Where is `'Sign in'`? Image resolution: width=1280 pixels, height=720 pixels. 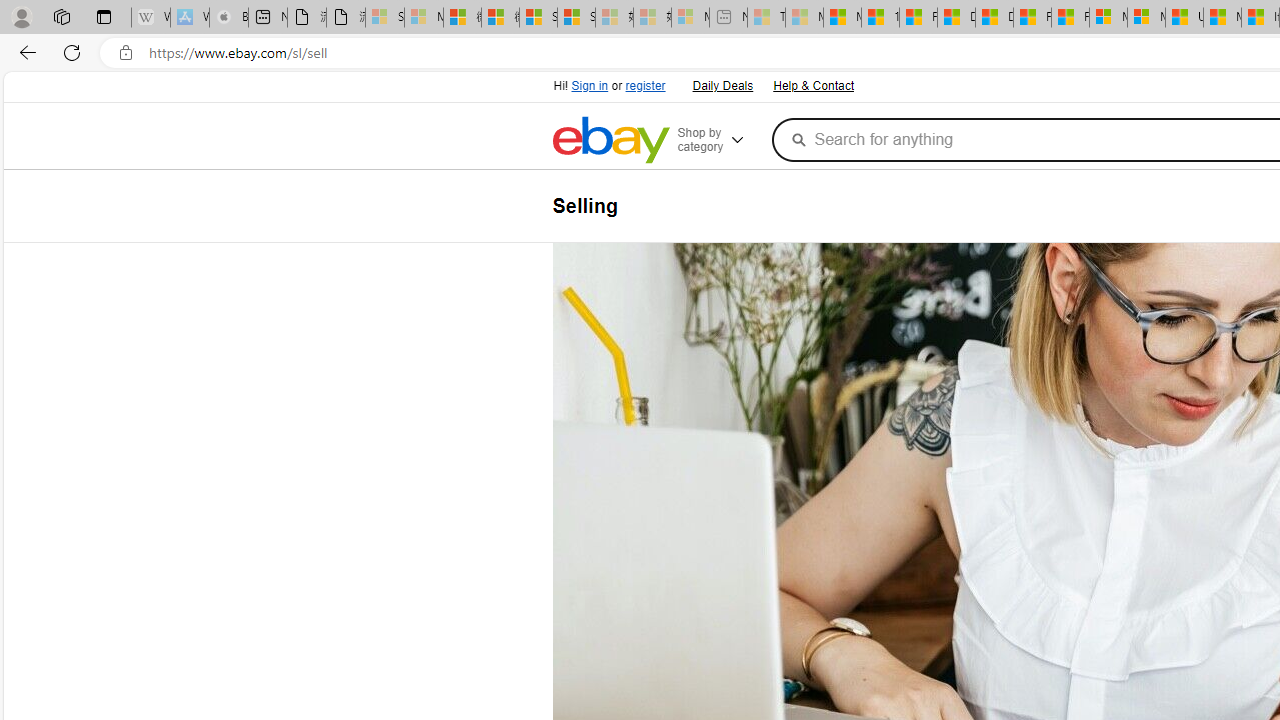 'Sign in' is located at coordinates (589, 85).